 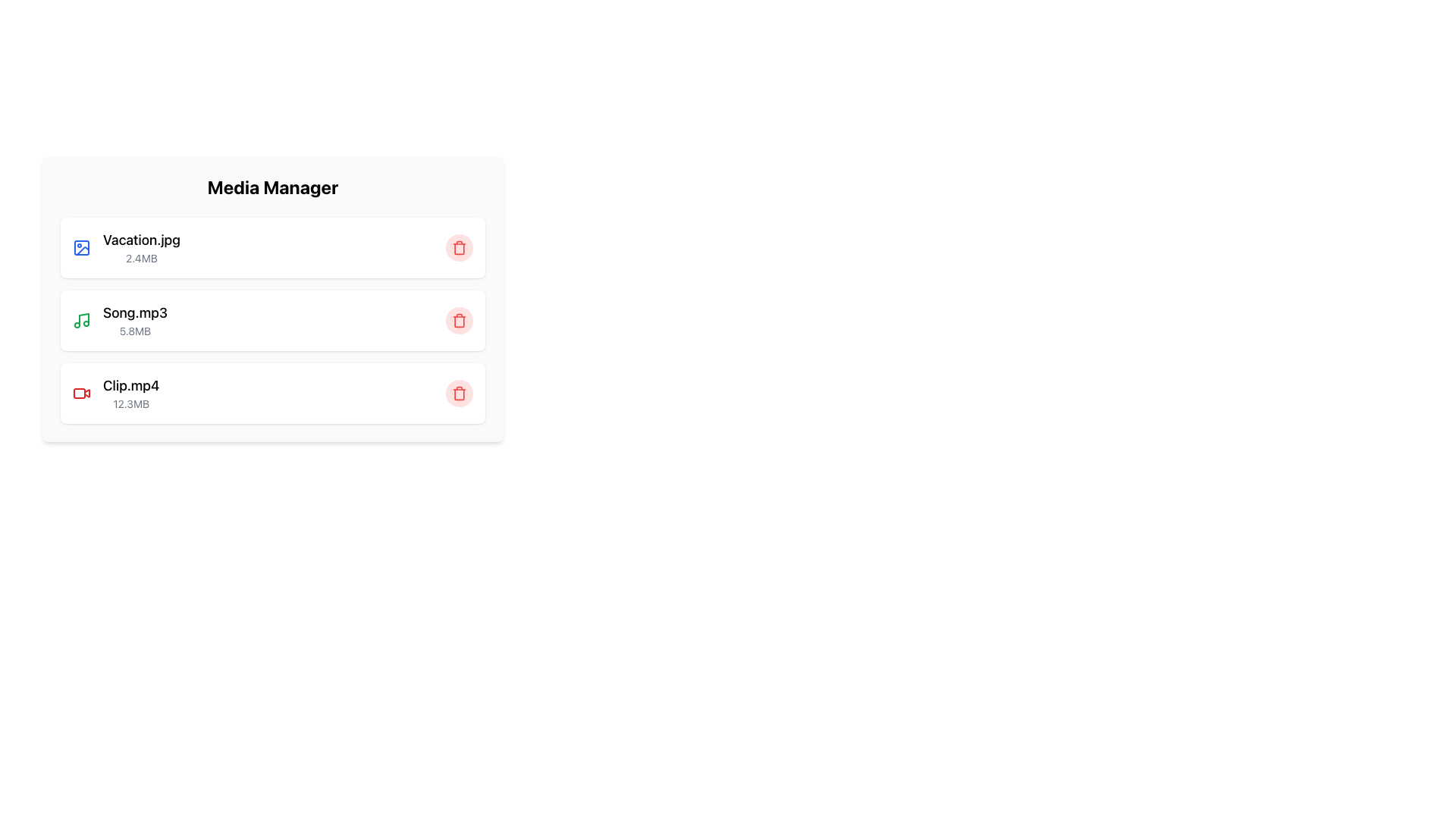 What do you see at coordinates (273, 186) in the screenshot?
I see `text label at the top-center of the media files card, which provides context about the contents below` at bounding box center [273, 186].